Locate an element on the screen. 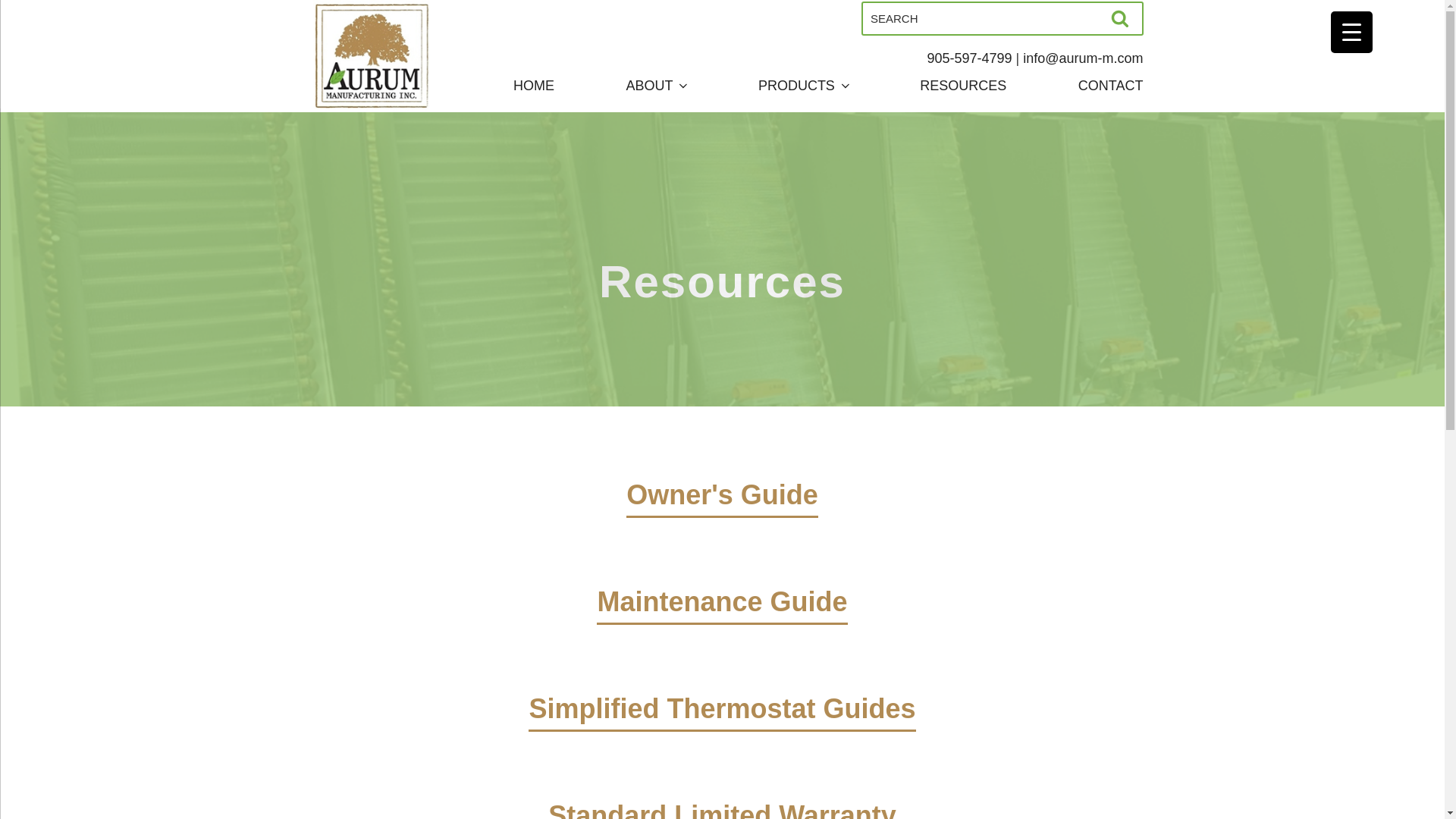 Image resolution: width=1456 pixels, height=819 pixels. '905-597-4799' is located at coordinates (968, 58).